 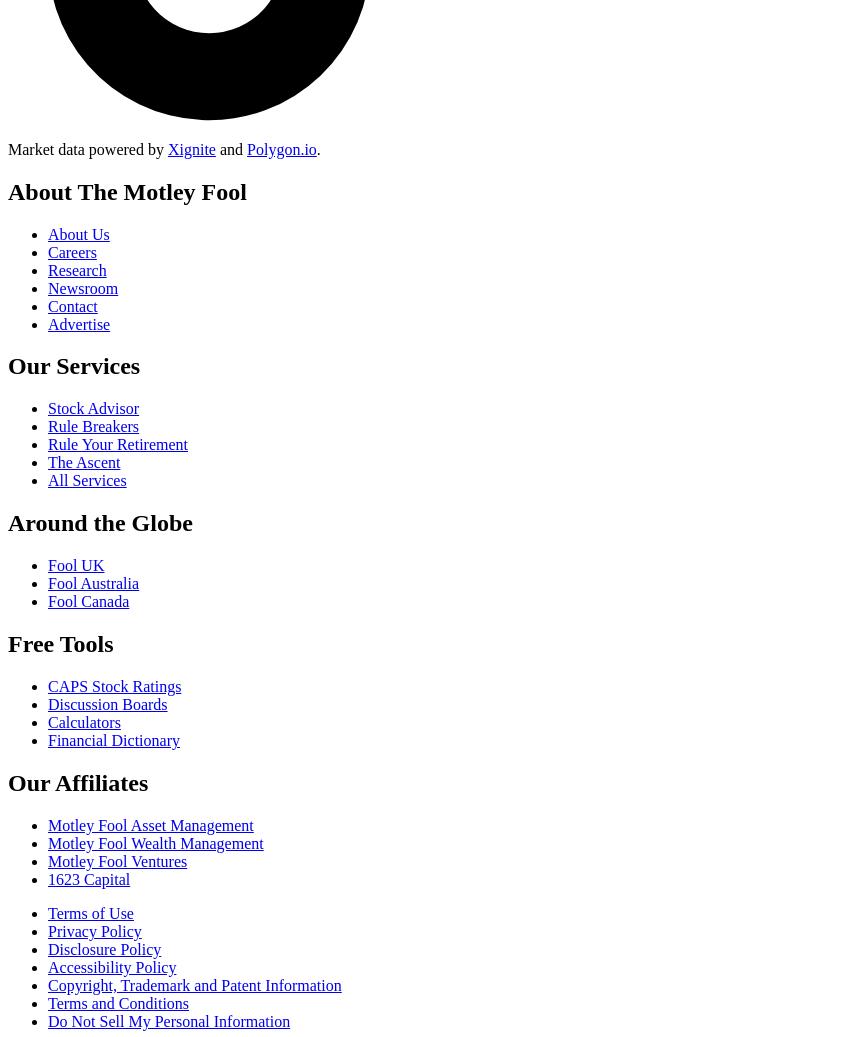 I want to click on 'Stock Advisor', so click(x=47, y=407).